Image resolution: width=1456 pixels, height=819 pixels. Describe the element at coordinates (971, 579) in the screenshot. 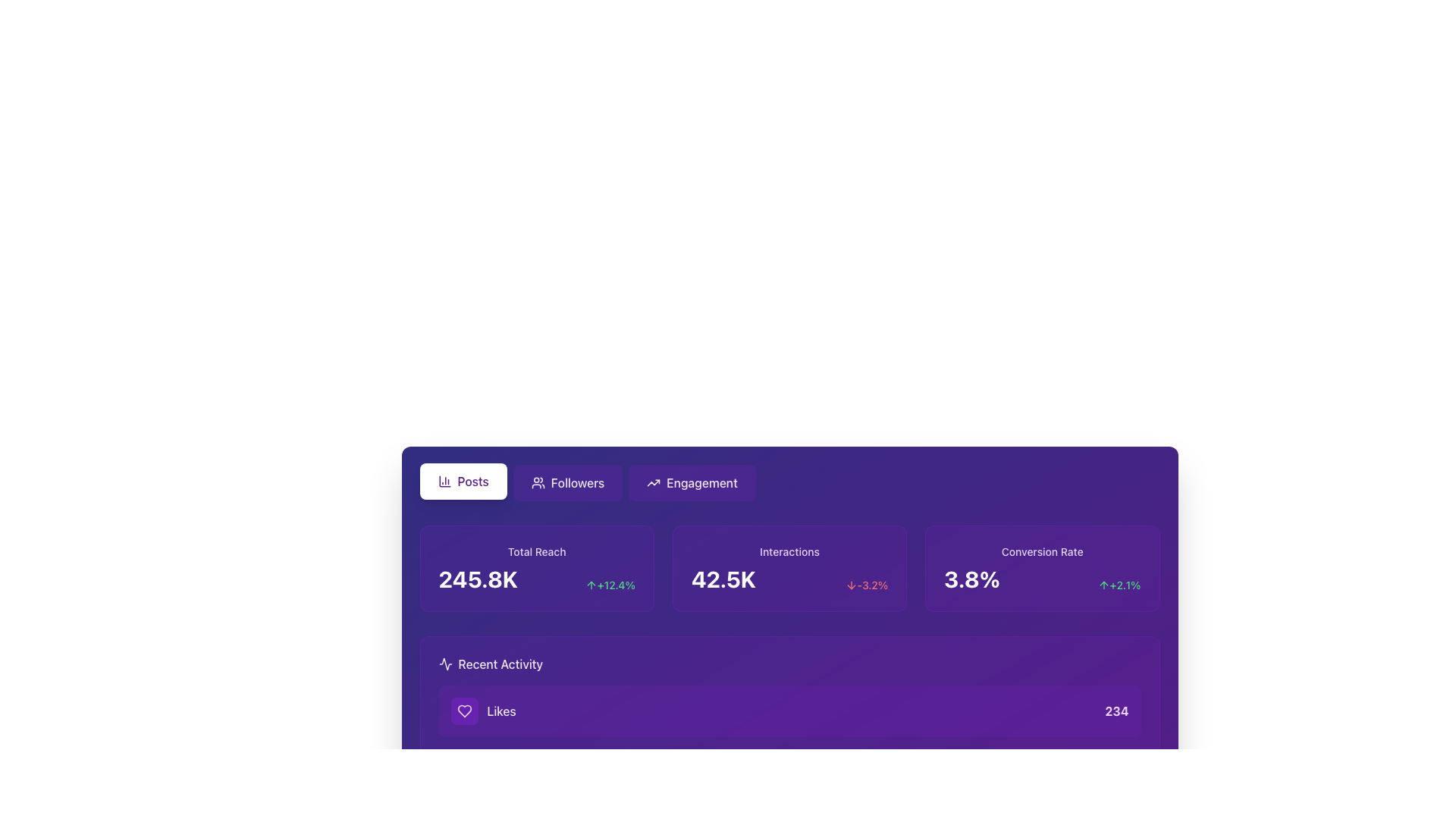

I see `the text label displaying '3.8%' in bold, large, white font, located in the 'Conversion Rate' card against a purple background` at that location.